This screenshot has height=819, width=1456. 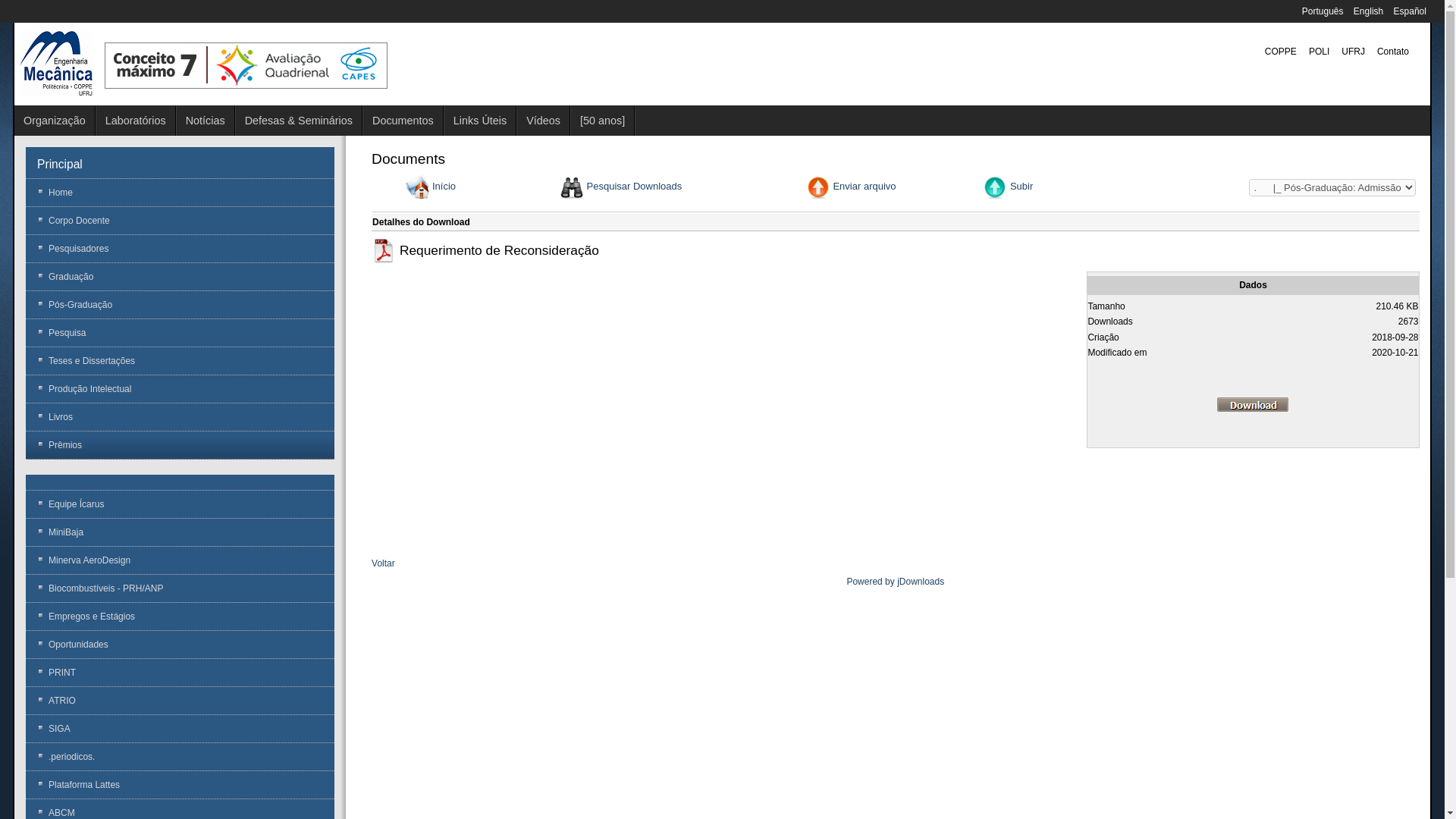 What do you see at coordinates (1280, 51) in the screenshot?
I see `'COPPE'` at bounding box center [1280, 51].